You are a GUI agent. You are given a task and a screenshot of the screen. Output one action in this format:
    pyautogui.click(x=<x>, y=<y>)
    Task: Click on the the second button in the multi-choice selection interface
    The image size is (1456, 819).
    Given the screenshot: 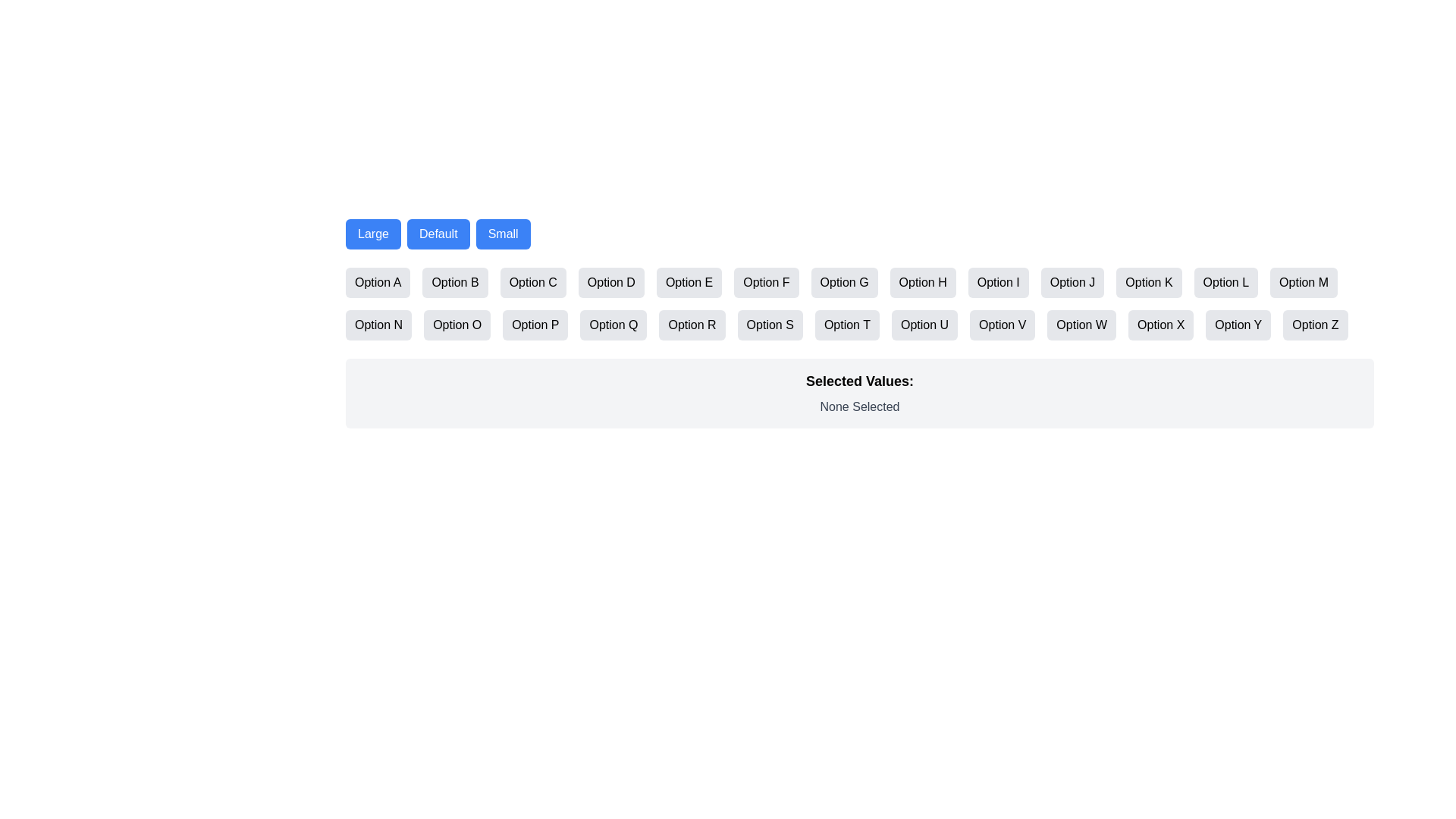 What is the action you would take?
    pyautogui.click(x=454, y=283)
    